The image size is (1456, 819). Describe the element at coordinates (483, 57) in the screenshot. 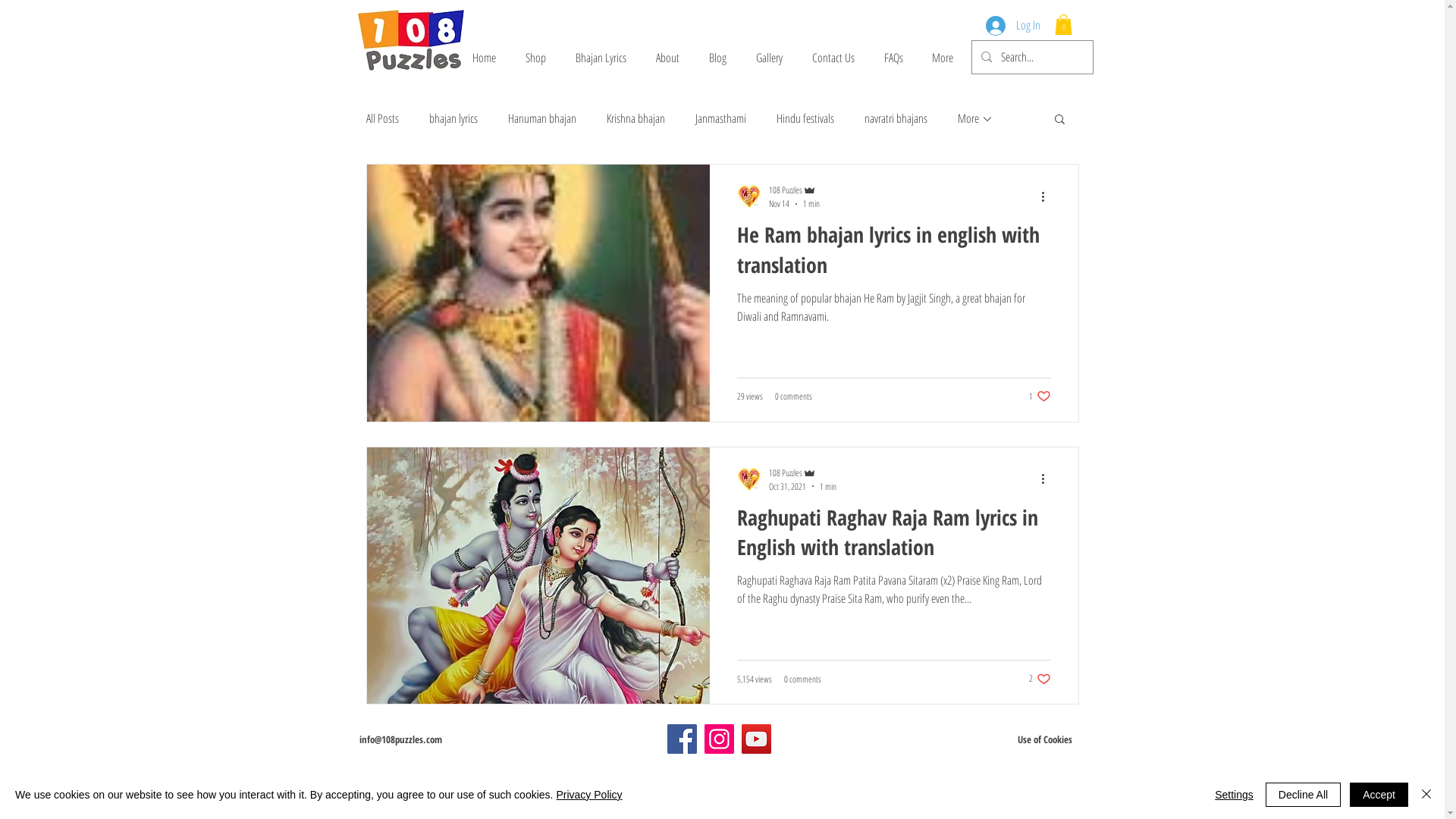

I see `'Home'` at that location.